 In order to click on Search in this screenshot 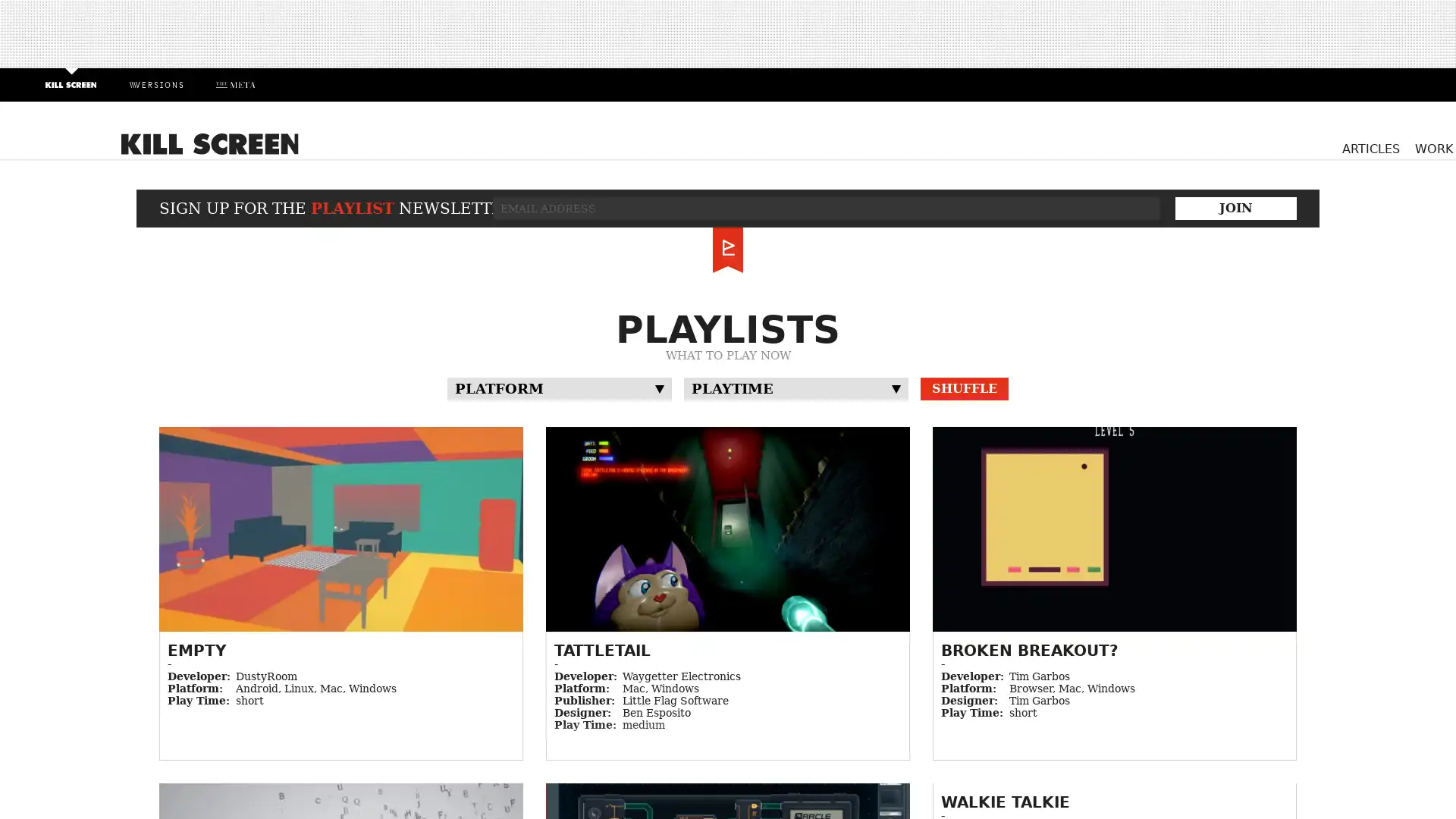, I will do `click(1260, 148)`.